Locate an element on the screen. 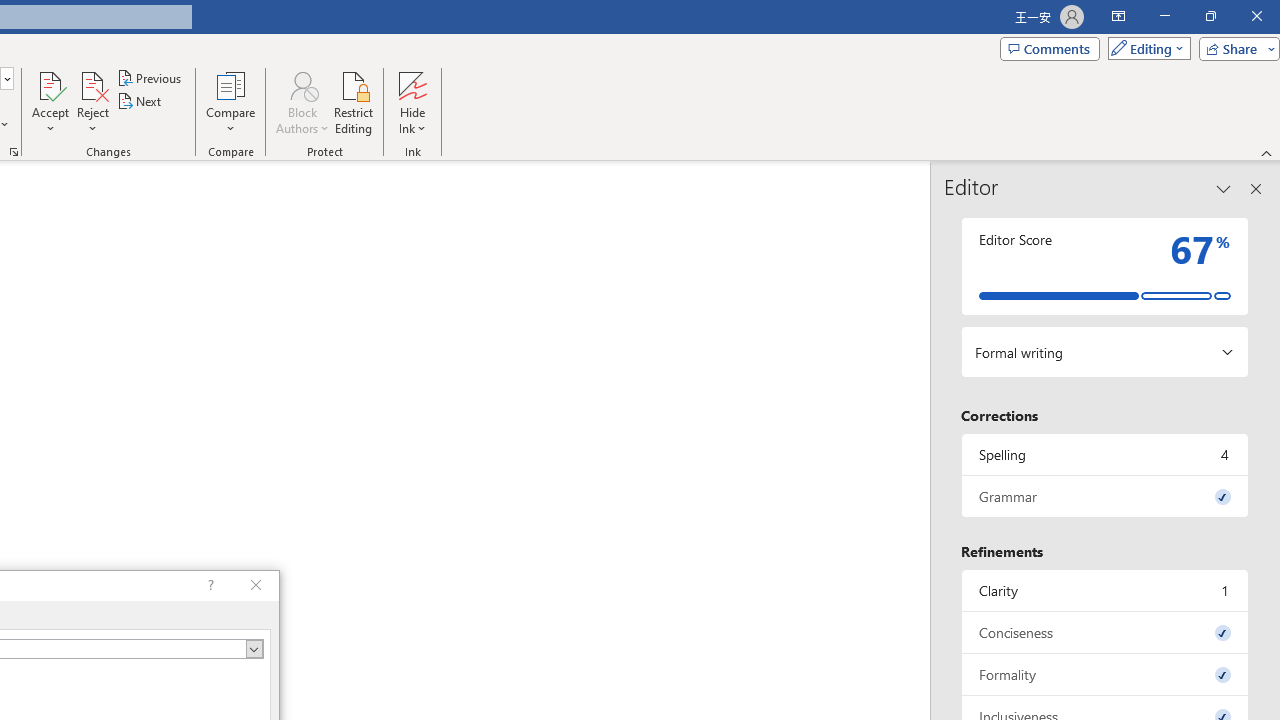 The image size is (1280, 720). 'Spelling, 4 issues. Press space or enter to review items.' is located at coordinates (1104, 454).